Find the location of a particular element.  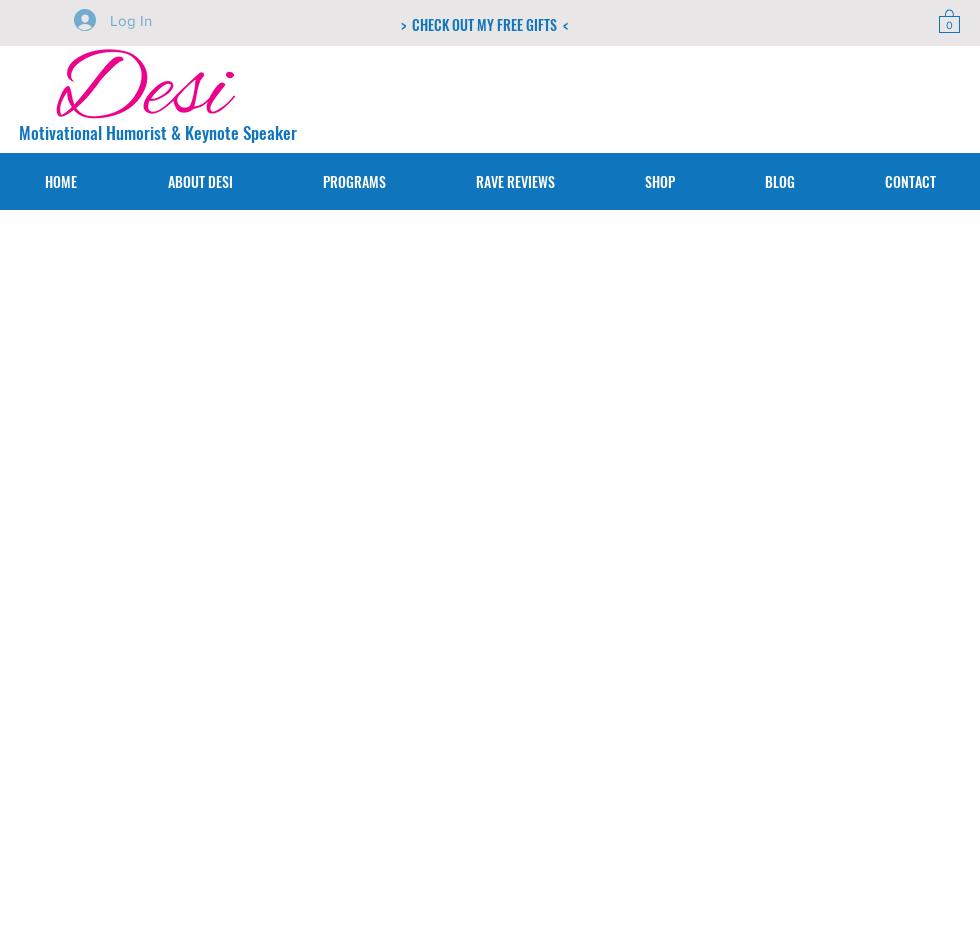

'SHOP' is located at coordinates (658, 180).